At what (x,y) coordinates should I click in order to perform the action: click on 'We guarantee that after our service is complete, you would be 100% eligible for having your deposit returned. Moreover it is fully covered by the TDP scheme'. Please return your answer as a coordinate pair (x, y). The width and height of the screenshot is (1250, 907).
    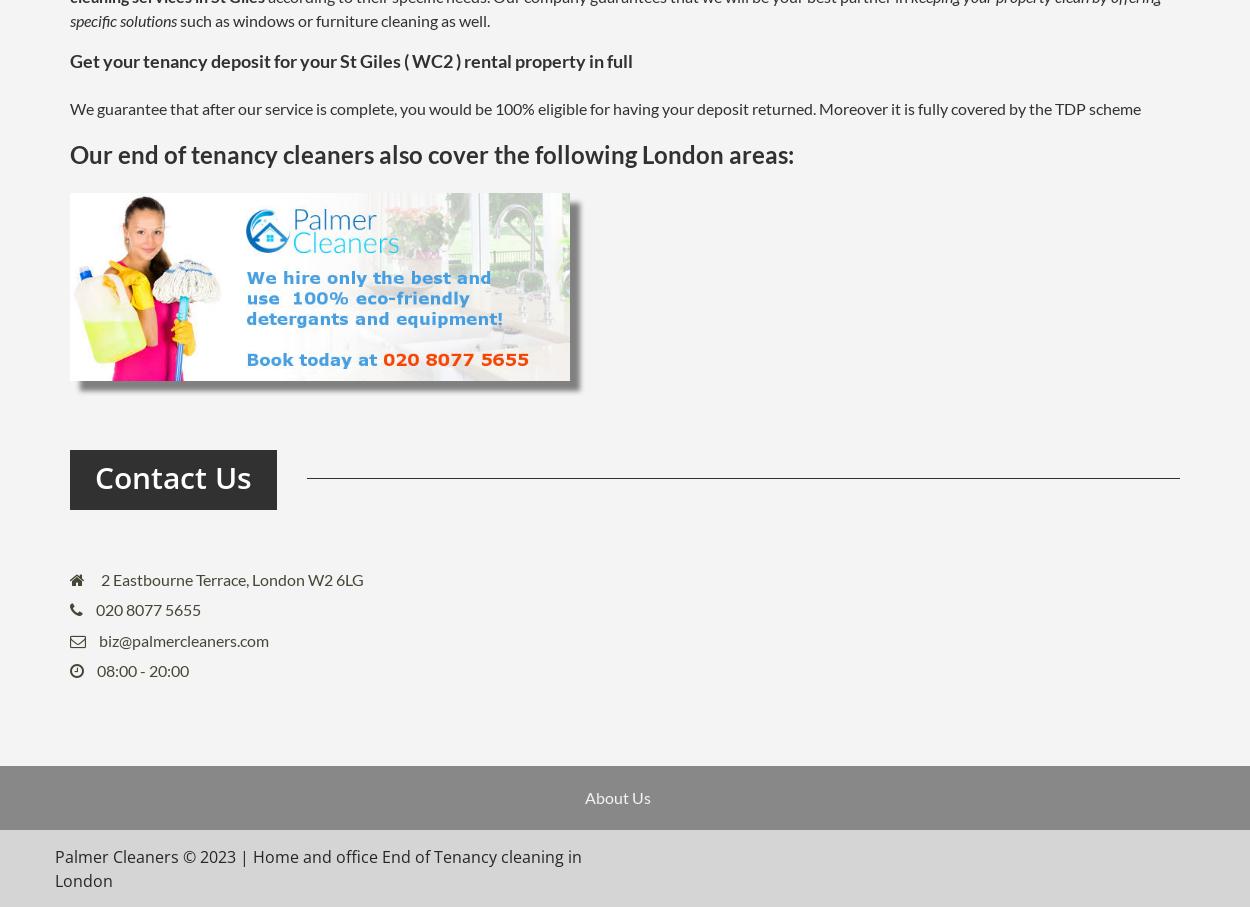
    Looking at the image, I should click on (69, 106).